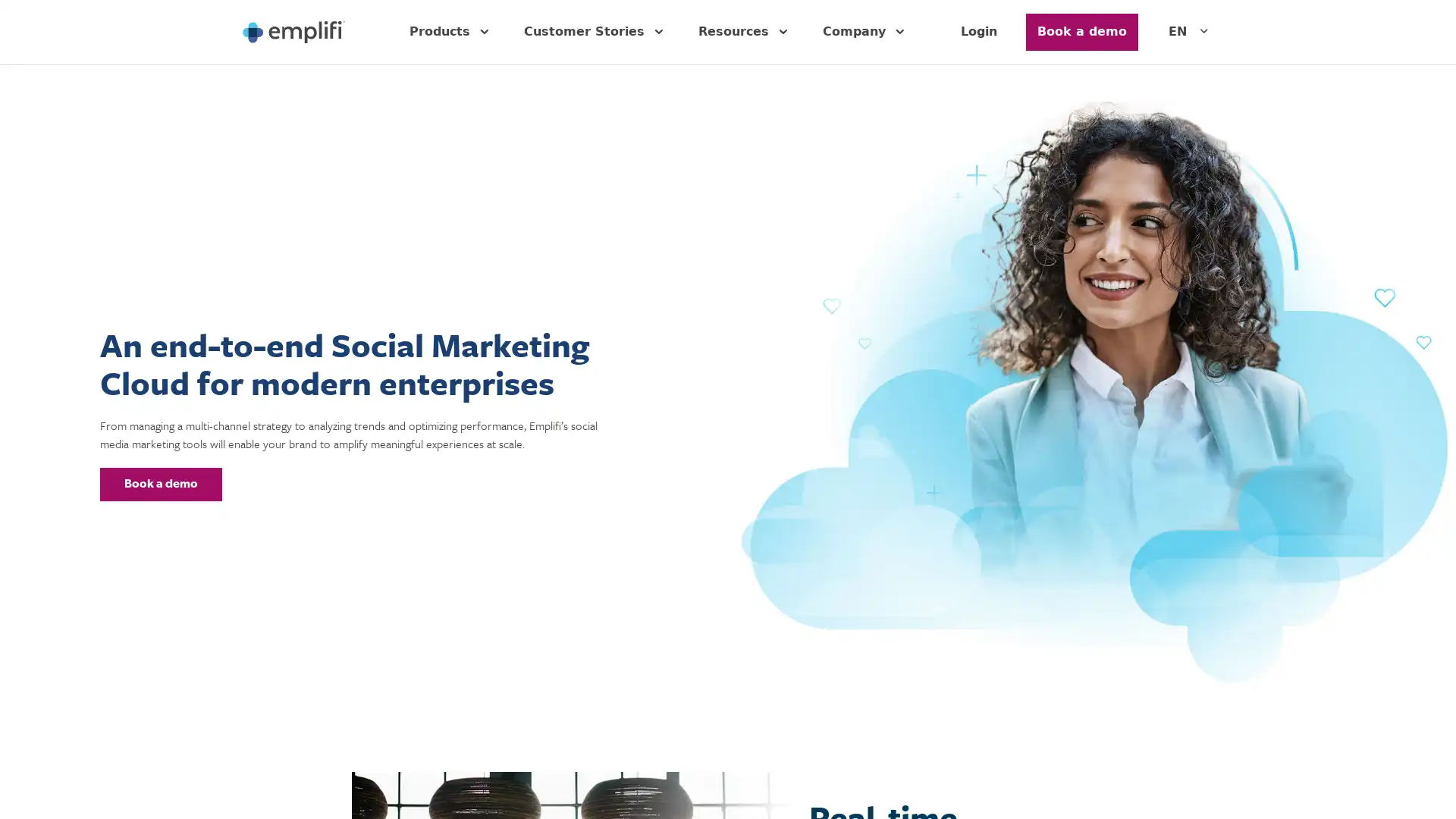  What do you see at coordinates (450, 32) in the screenshot?
I see `Products` at bounding box center [450, 32].